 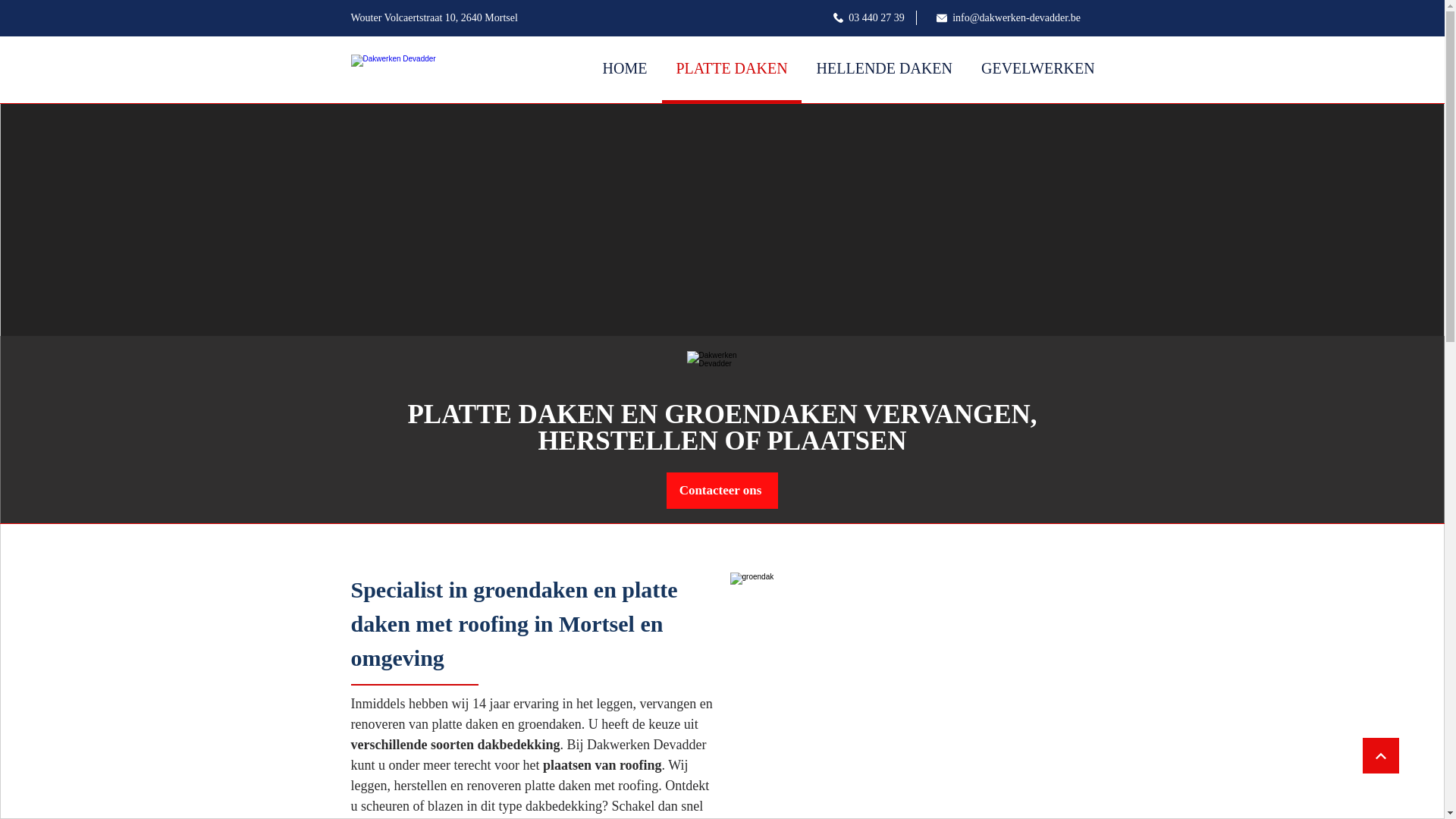 What do you see at coordinates (1158, 70) in the screenshot?
I see `'CONTACT'` at bounding box center [1158, 70].